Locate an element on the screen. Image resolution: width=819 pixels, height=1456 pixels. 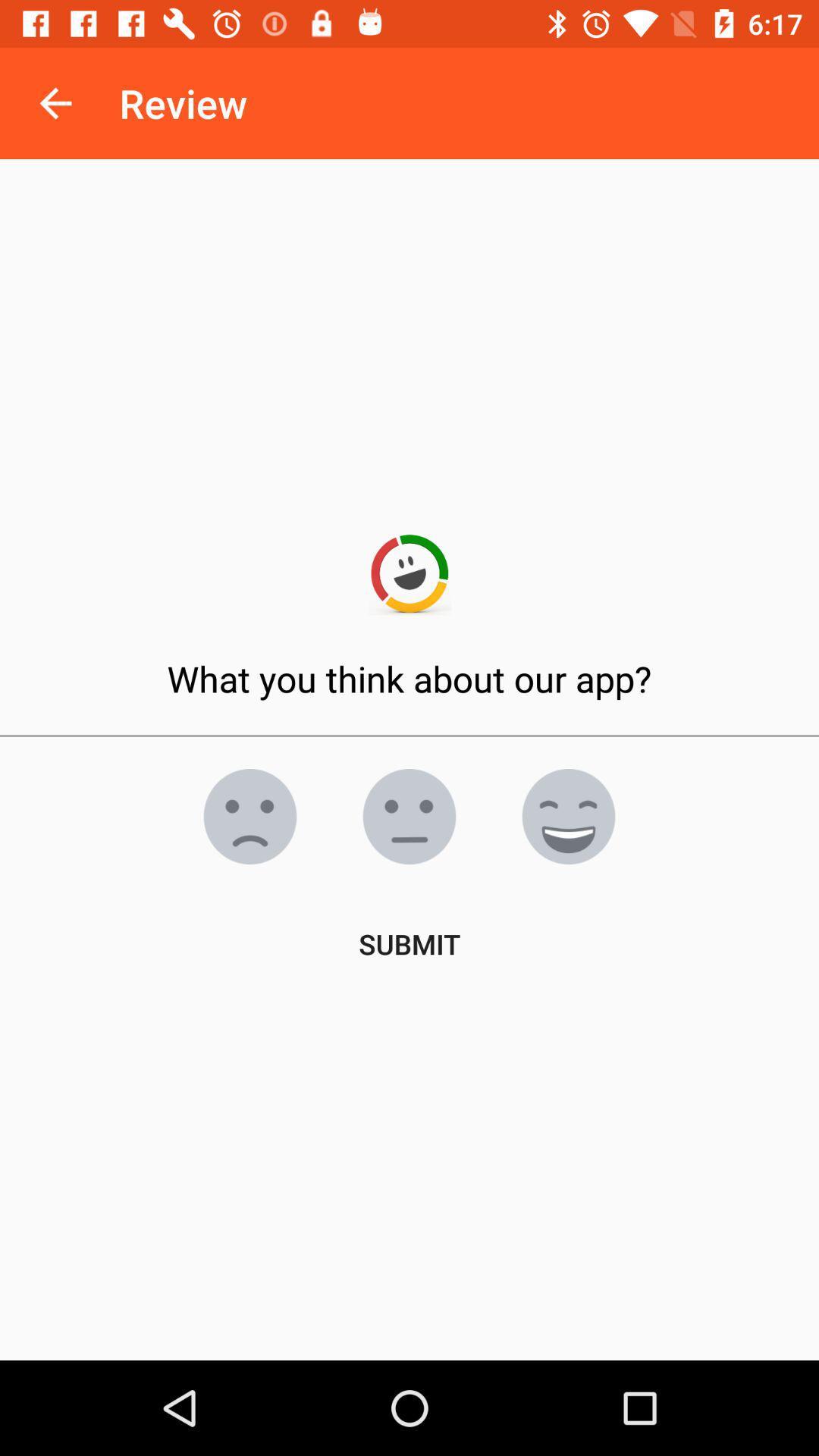
see is located at coordinates (249, 815).